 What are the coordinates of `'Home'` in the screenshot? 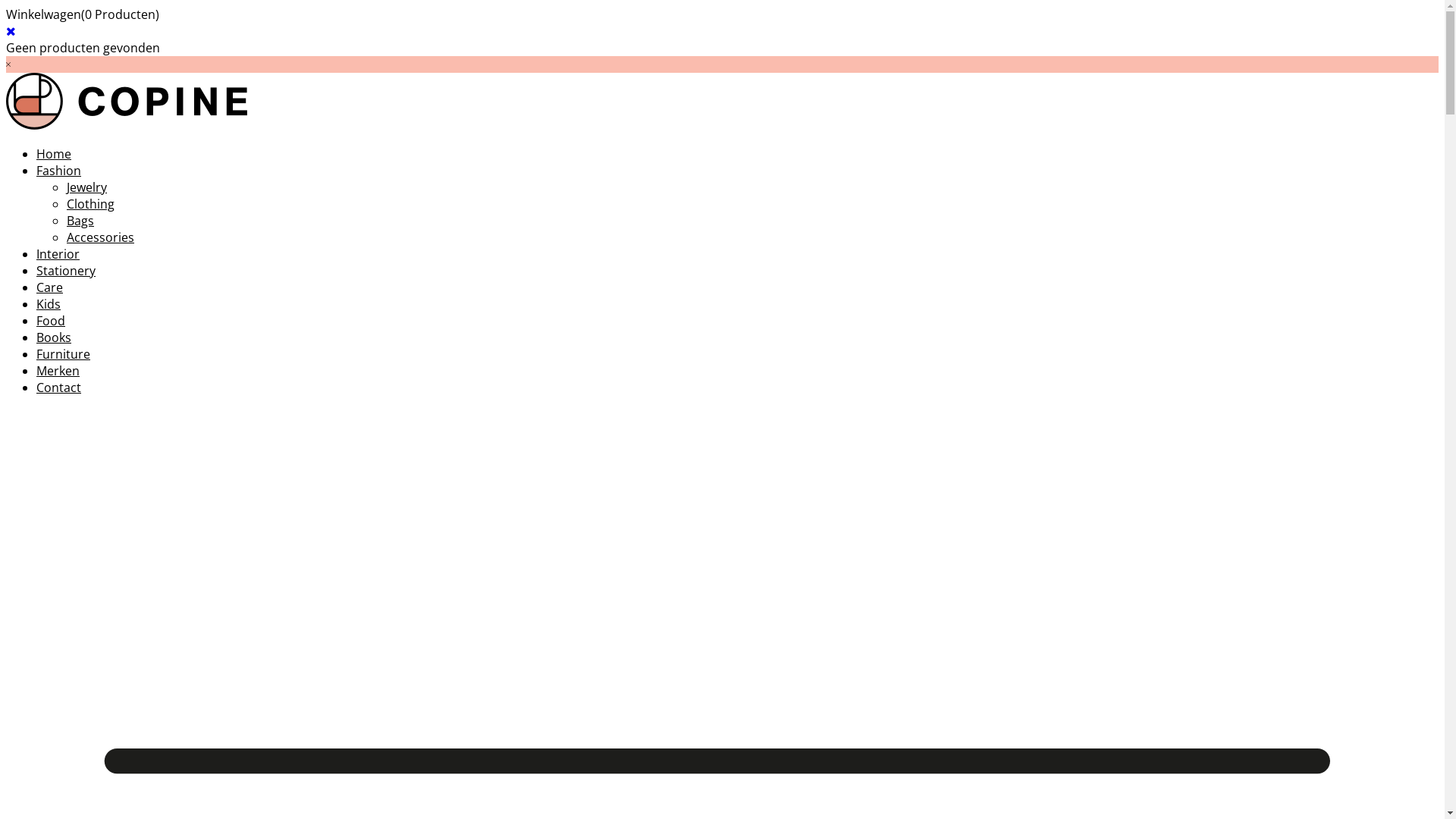 It's located at (54, 154).